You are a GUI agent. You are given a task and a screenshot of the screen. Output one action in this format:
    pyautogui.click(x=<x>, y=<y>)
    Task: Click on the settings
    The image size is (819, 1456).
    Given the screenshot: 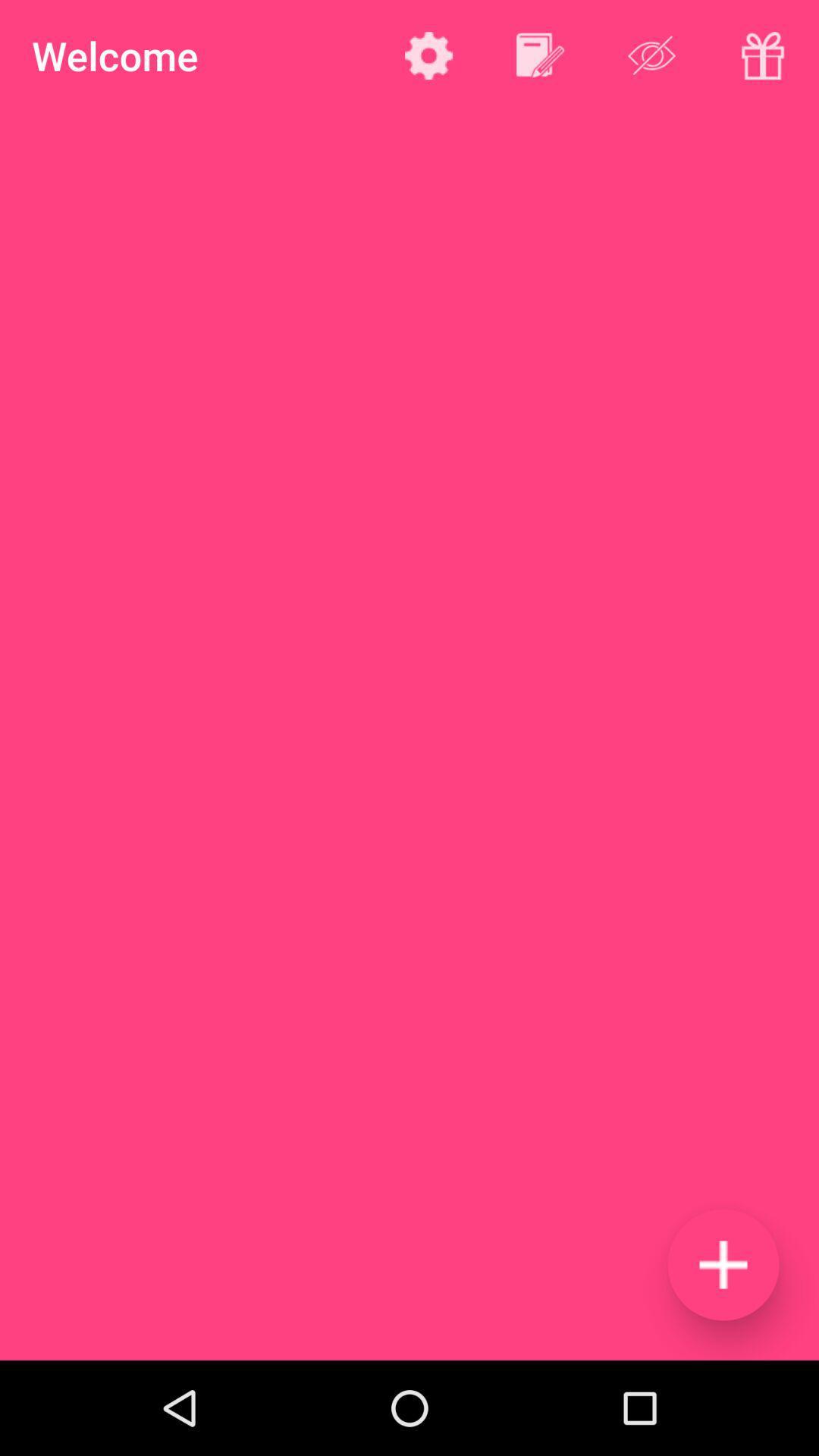 What is the action you would take?
    pyautogui.click(x=428, y=55)
    